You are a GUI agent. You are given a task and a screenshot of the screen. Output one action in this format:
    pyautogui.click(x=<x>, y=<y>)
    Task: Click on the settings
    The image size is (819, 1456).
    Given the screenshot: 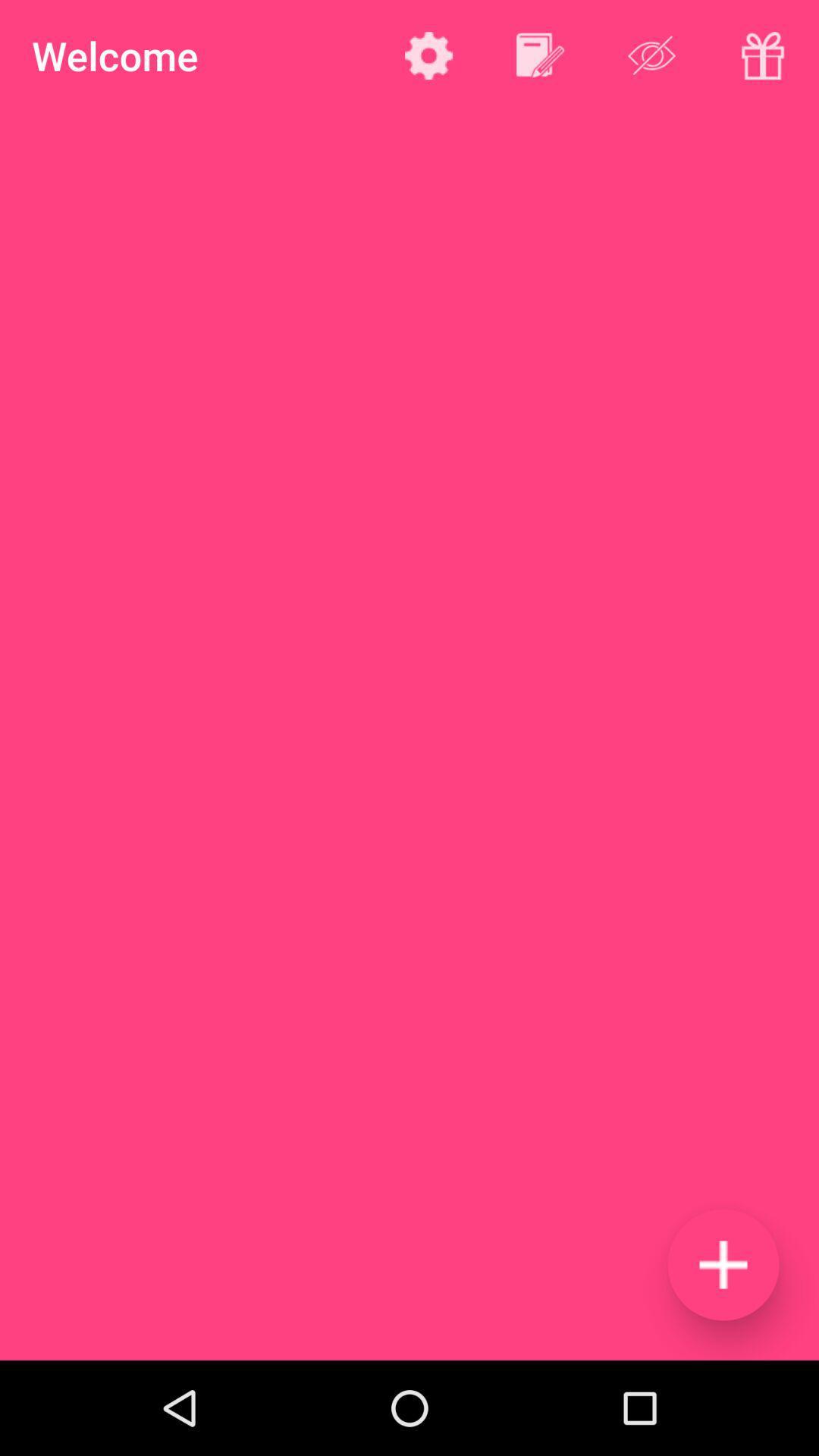 What is the action you would take?
    pyautogui.click(x=428, y=55)
    